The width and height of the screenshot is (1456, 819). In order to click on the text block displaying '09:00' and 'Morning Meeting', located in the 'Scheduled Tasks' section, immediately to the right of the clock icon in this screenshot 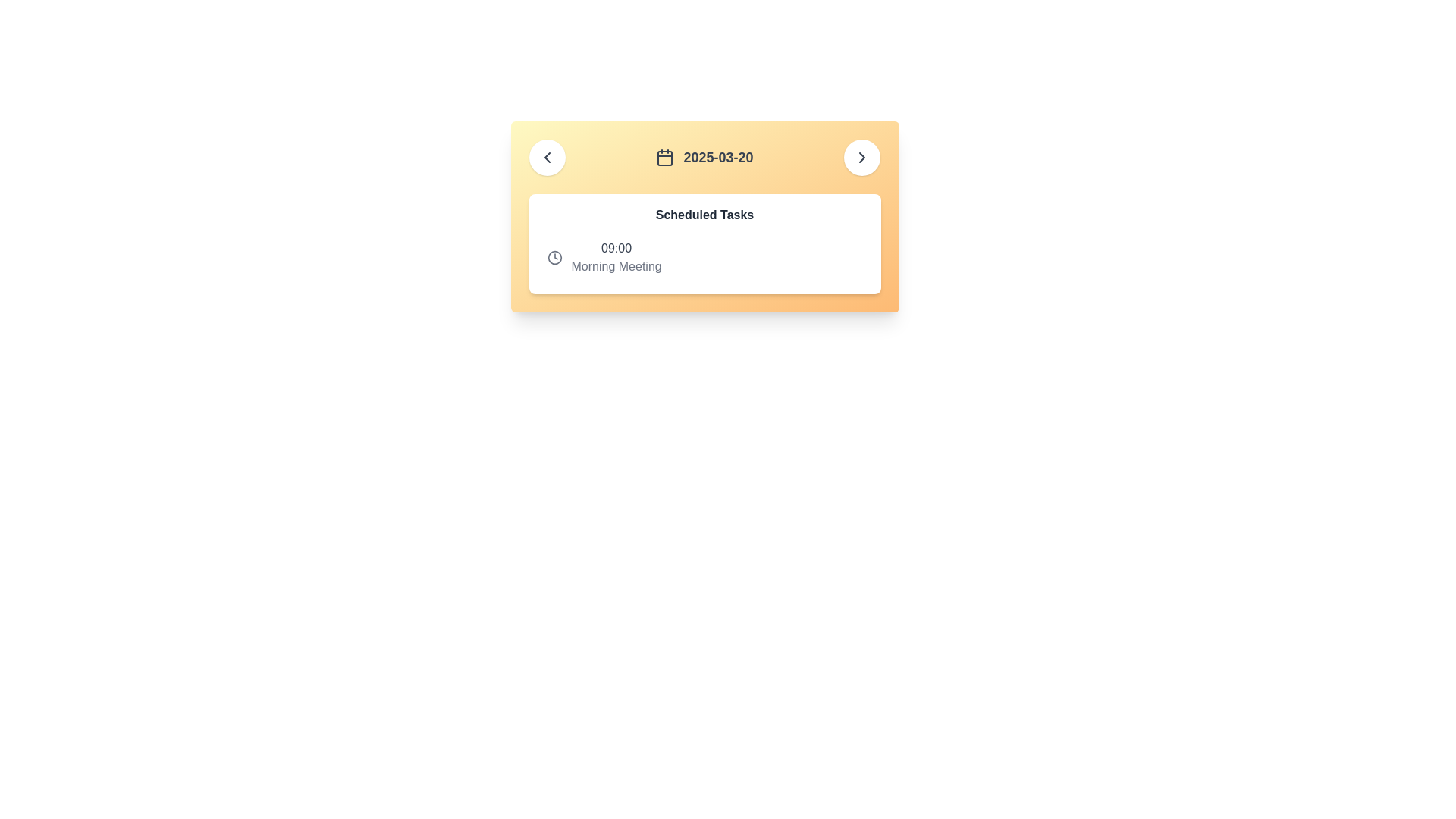, I will do `click(617, 256)`.